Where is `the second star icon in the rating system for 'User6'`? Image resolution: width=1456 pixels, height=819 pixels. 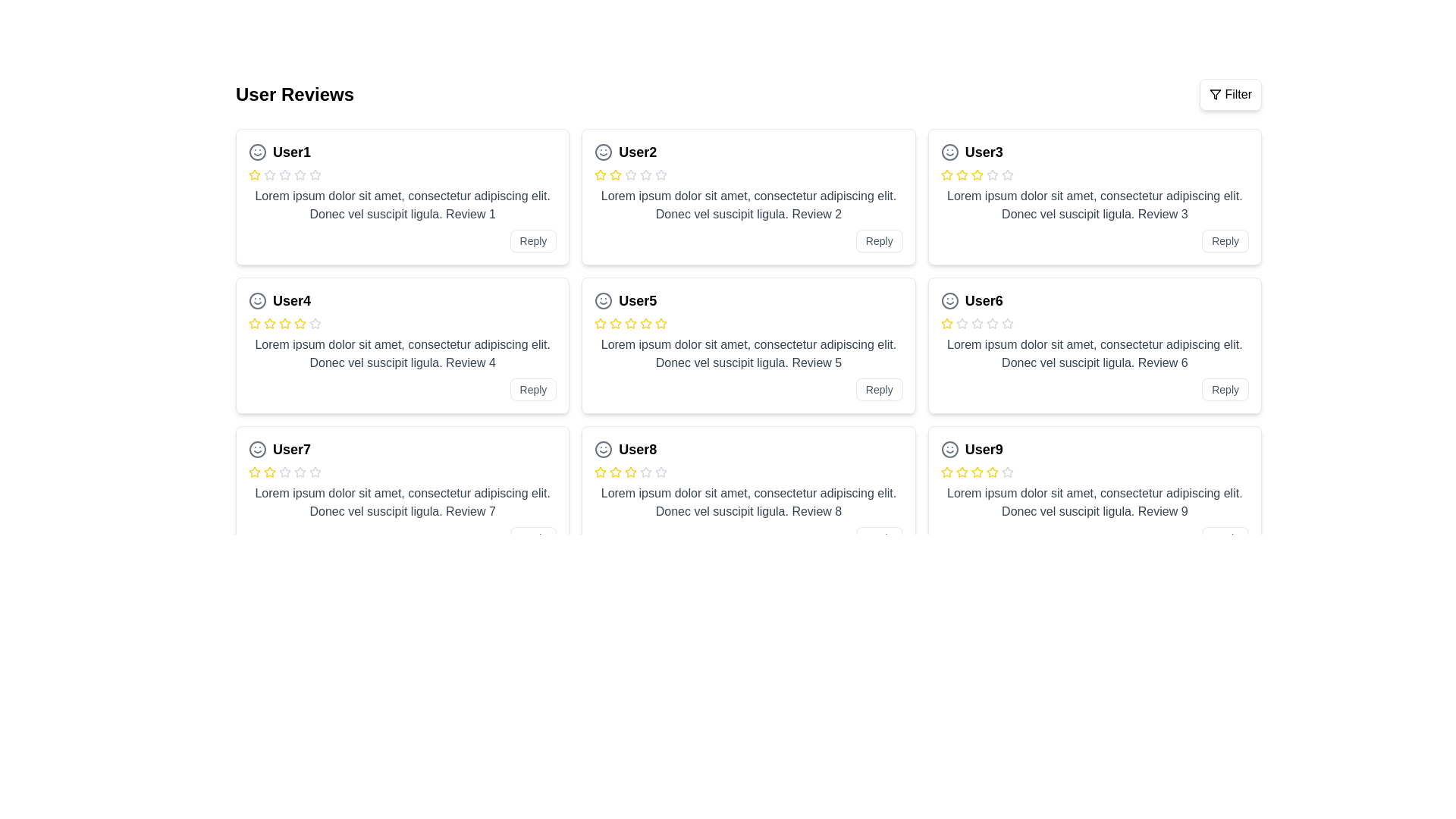 the second star icon in the rating system for 'User6' is located at coordinates (961, 322).